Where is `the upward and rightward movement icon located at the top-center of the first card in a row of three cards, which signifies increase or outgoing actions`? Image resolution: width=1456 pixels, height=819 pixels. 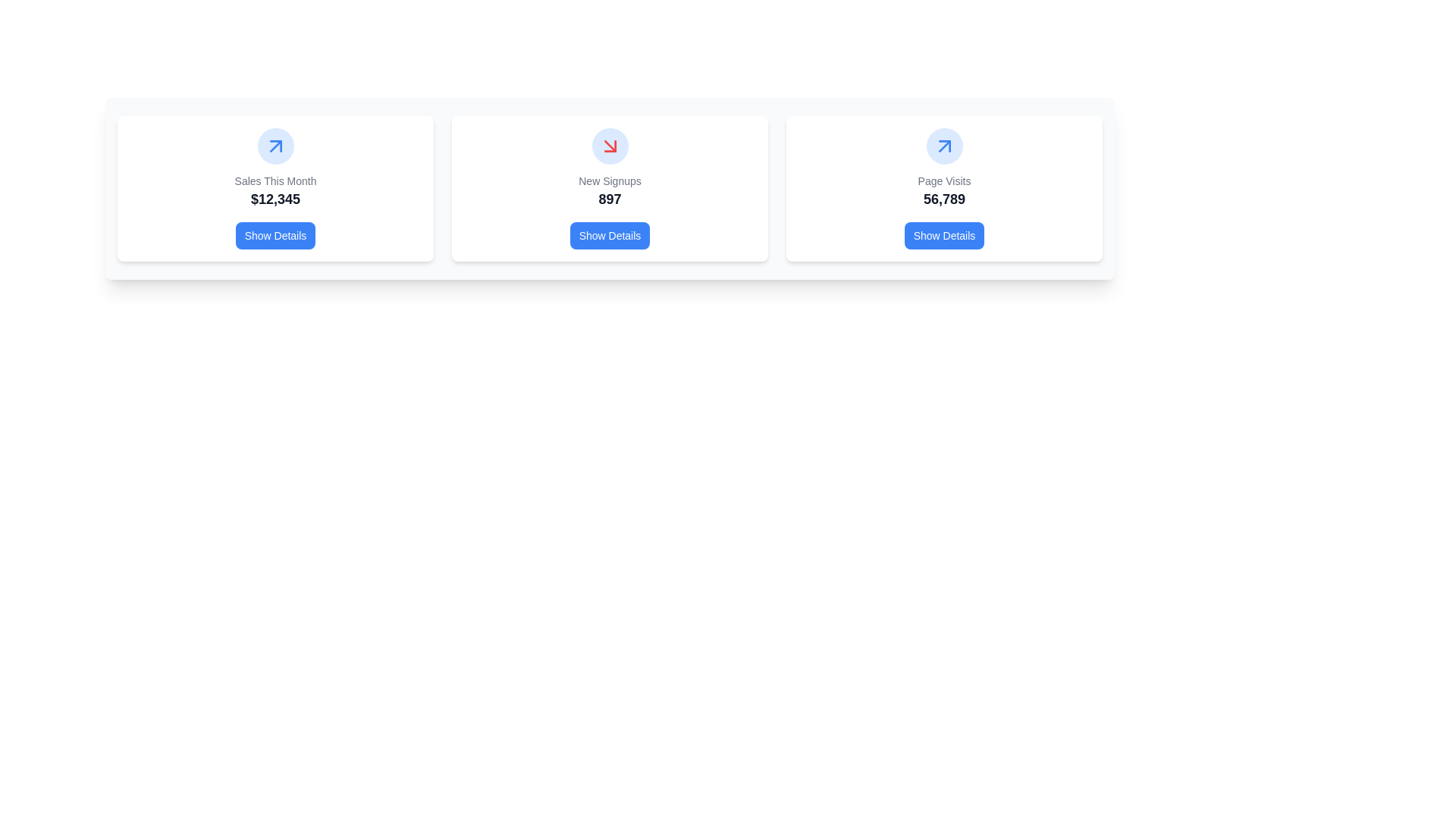 the upward and rightward movement icon located at the top-center of the first card in a row of three cards, which signifies increase or outgoing actions is located at coordinates (275, 146).